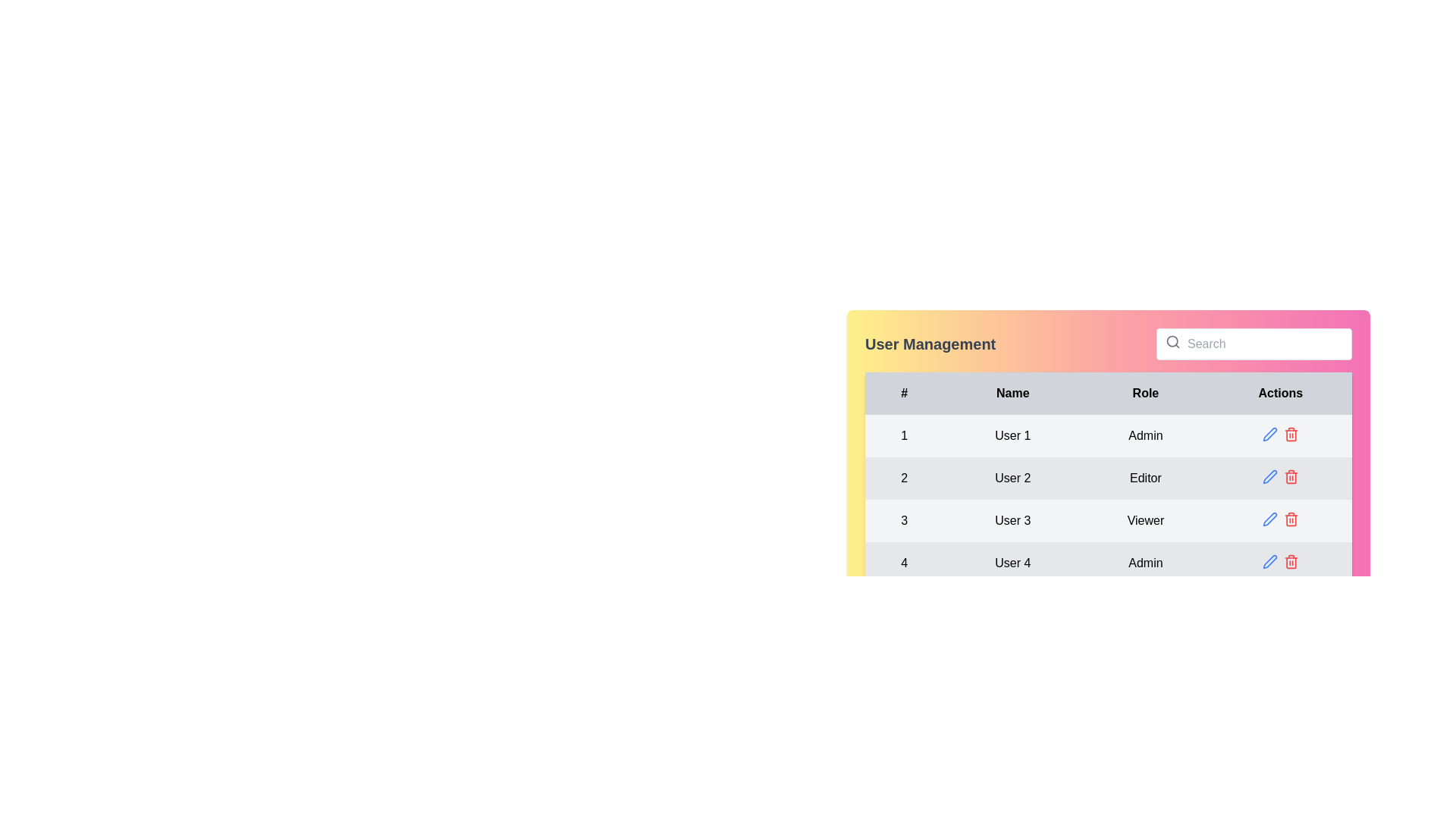 Image resolution: width=1456 pixels, height=819 pixels. What do you see at coordinates (1012, 479) in the screenshot?
I see `the static text label containing 'User 2' in the 'Name' column of the 'User Management' table` at bounding box center [1012, 479].